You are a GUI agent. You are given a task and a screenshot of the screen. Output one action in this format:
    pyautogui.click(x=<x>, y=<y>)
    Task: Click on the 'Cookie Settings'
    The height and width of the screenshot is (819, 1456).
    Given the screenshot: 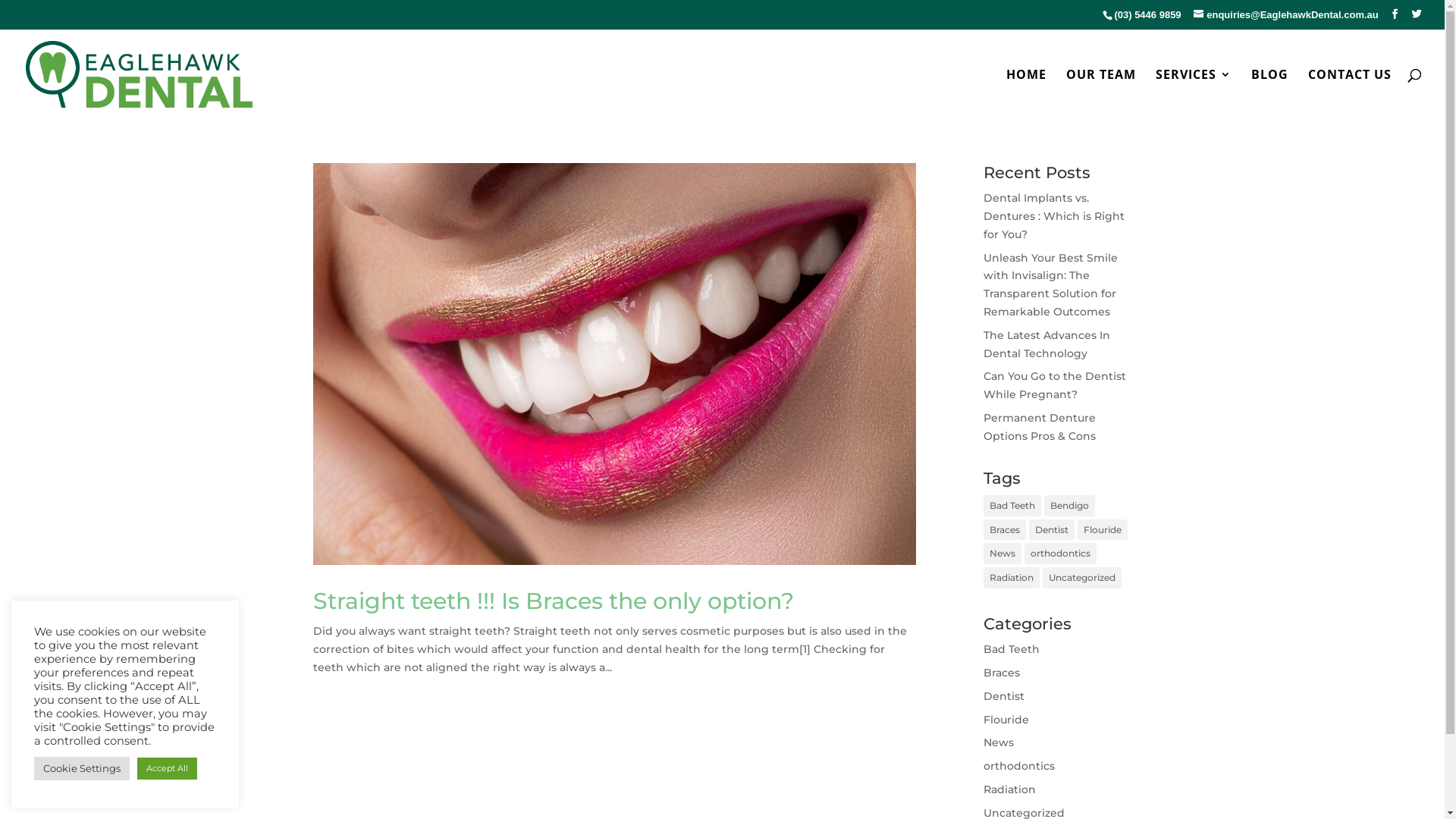 What is the action you would take?
    pyautogui.click(x=81, y=768)
    